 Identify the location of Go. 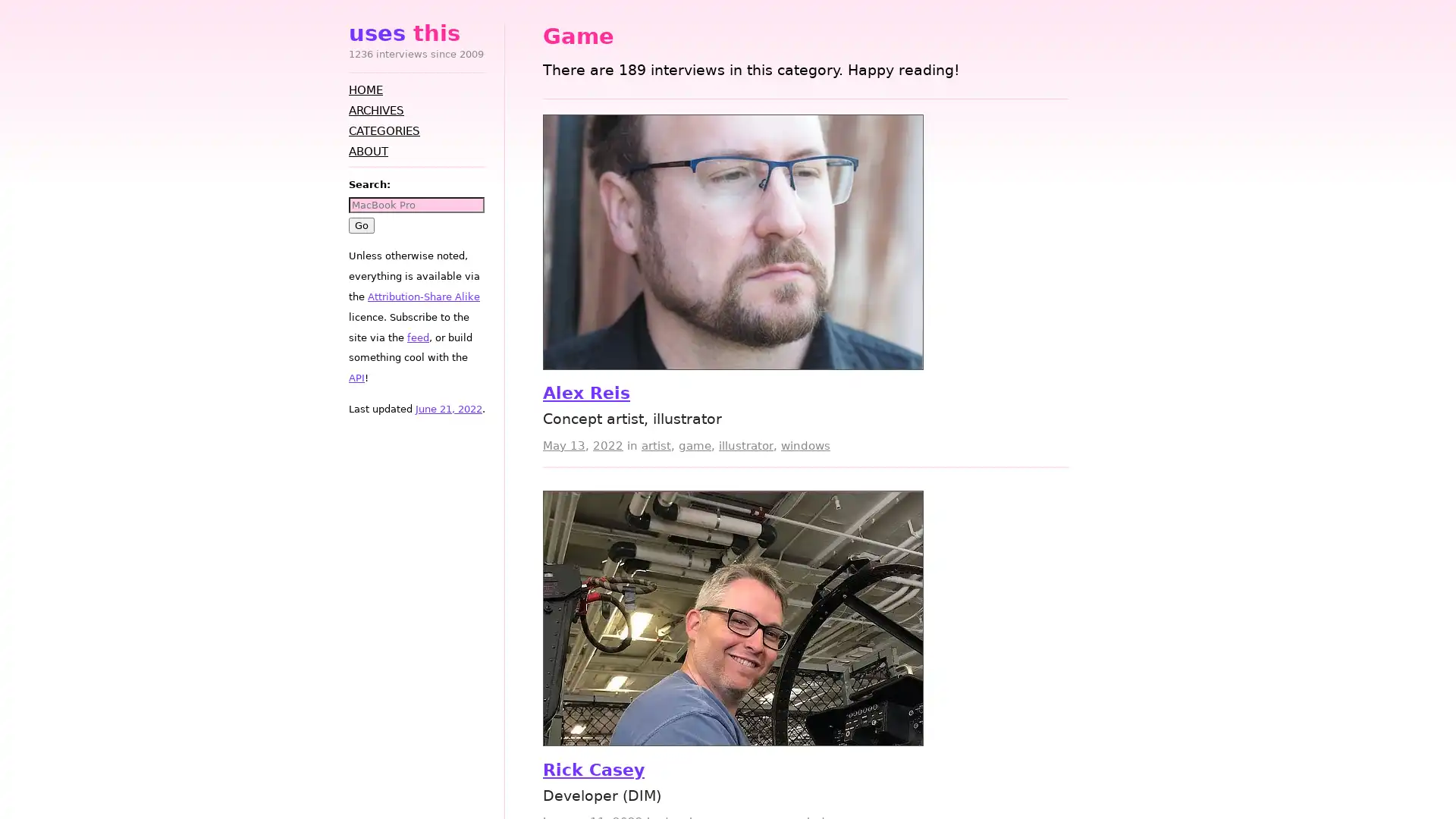
(360, 224).